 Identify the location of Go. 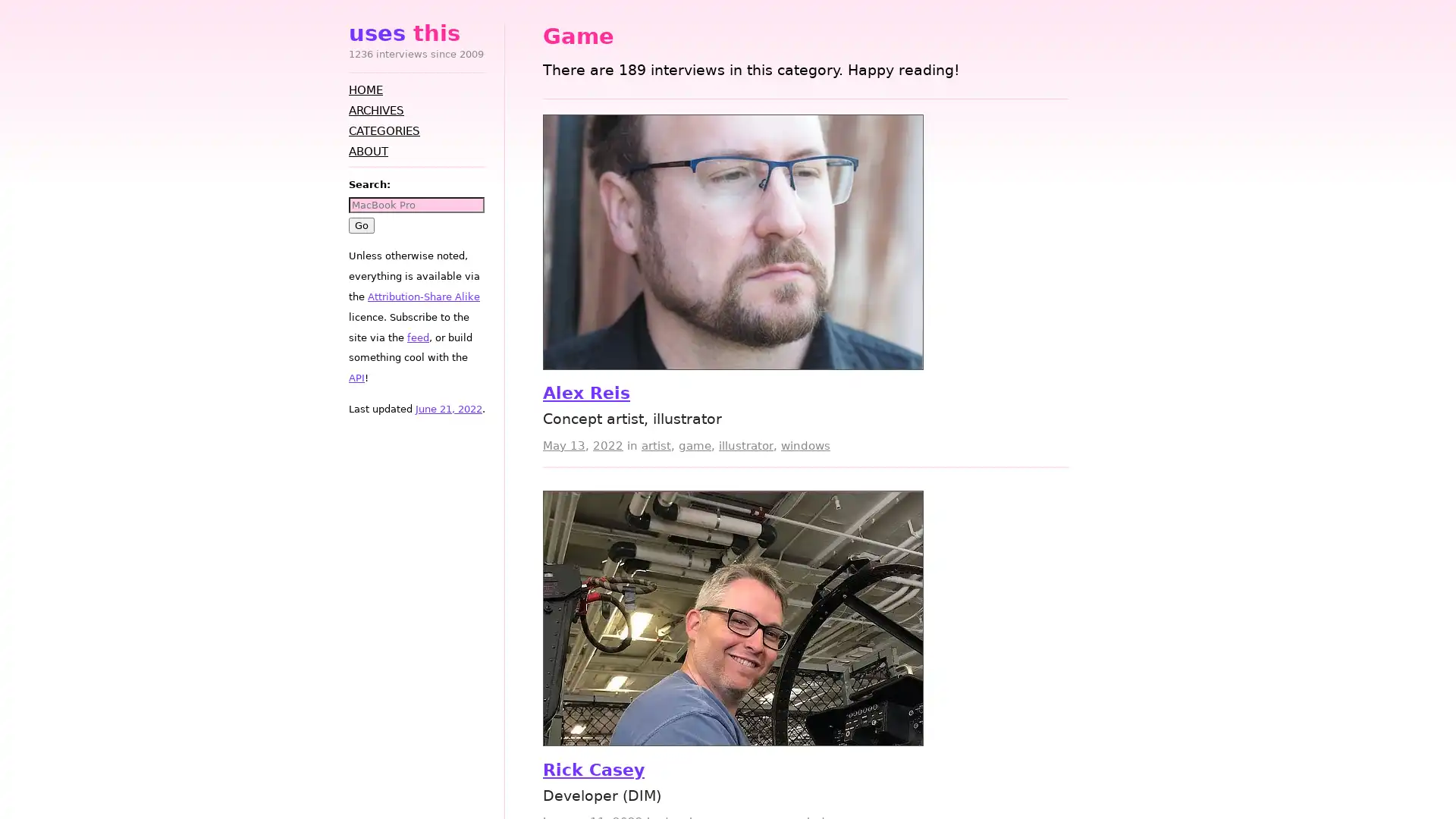
(360, 224).